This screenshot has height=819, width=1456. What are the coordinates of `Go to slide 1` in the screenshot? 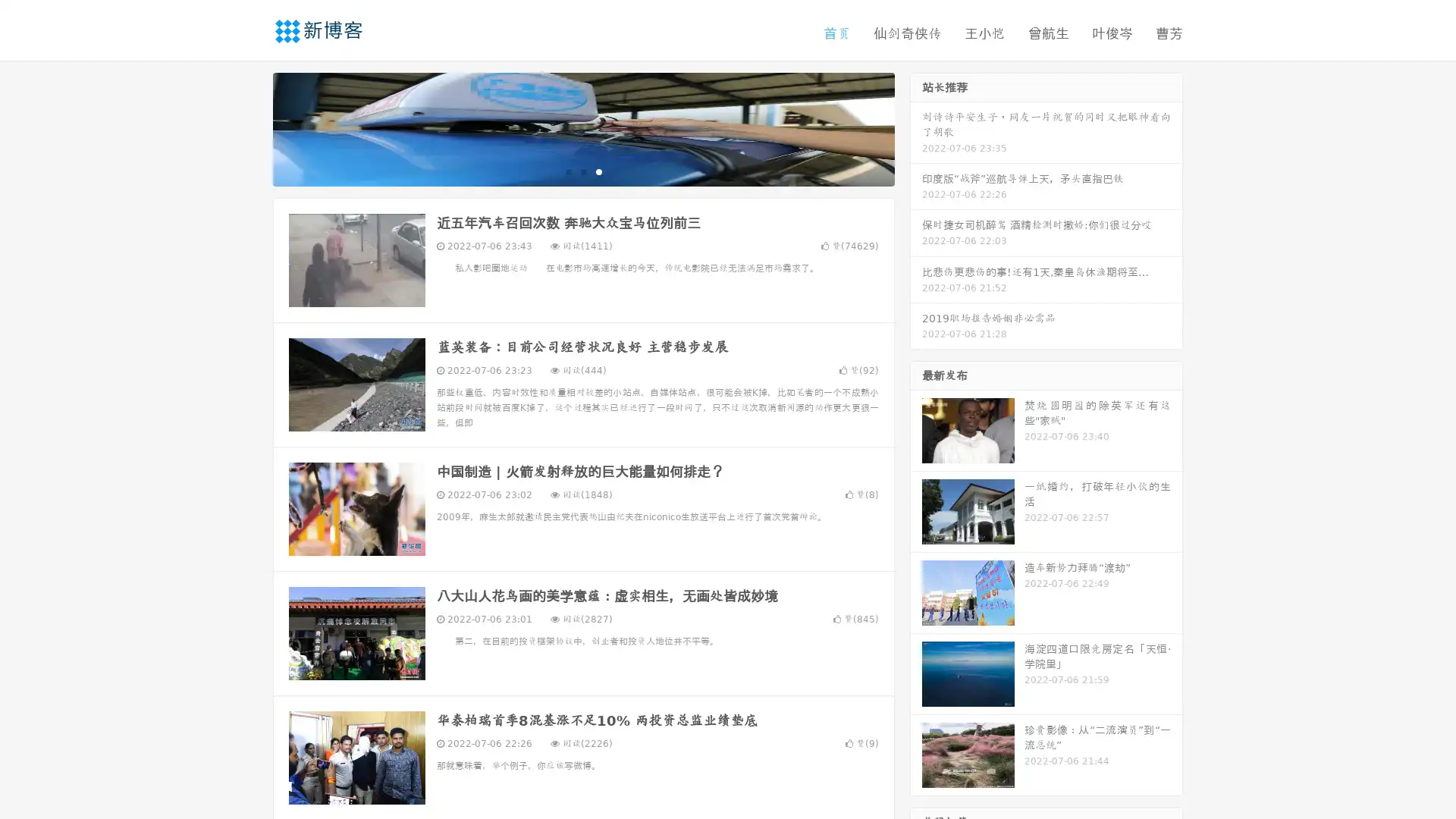 It's located at (567, 171).